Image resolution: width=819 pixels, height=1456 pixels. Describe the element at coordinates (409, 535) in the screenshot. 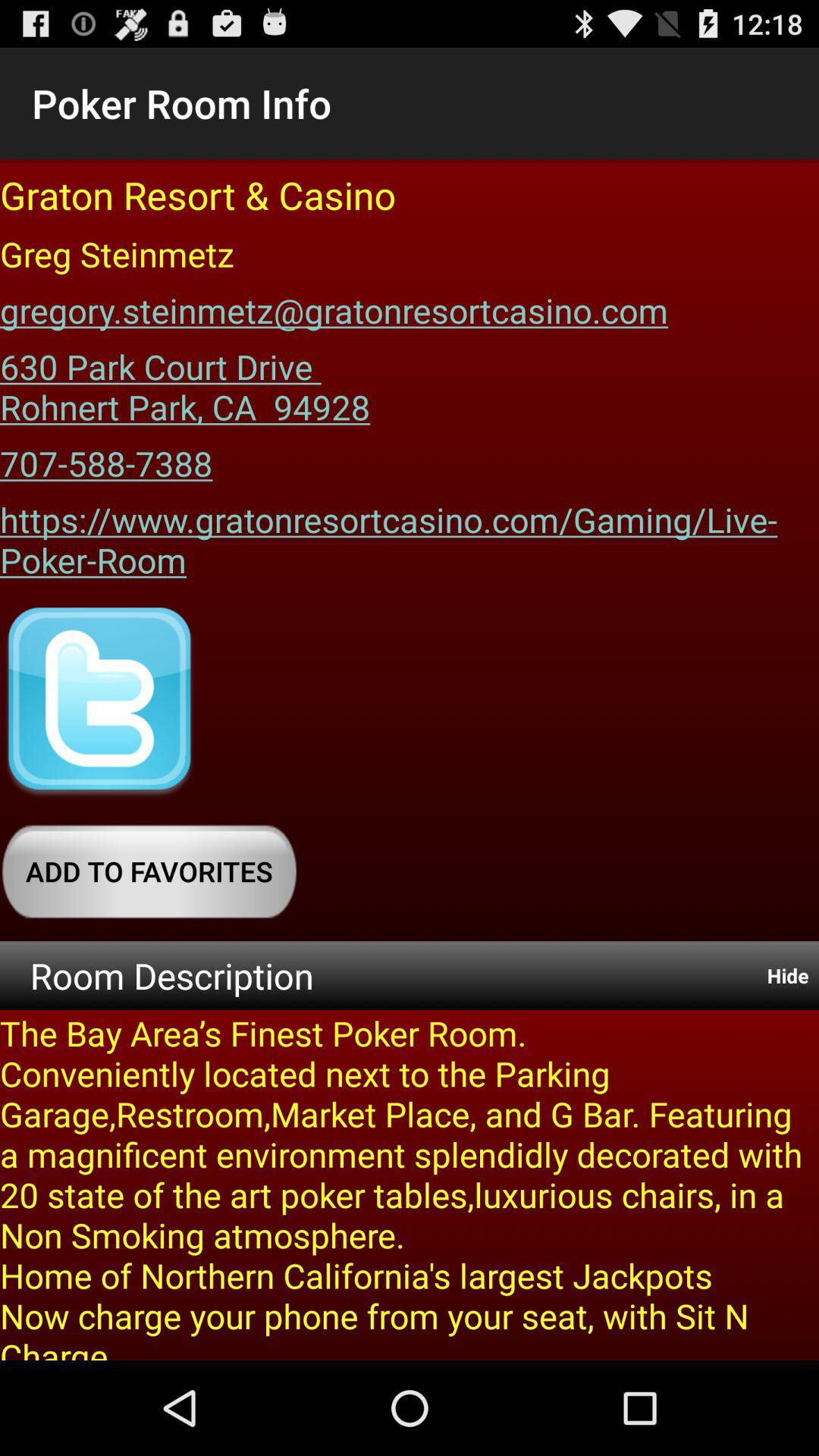

I see `app at the center` at that location.